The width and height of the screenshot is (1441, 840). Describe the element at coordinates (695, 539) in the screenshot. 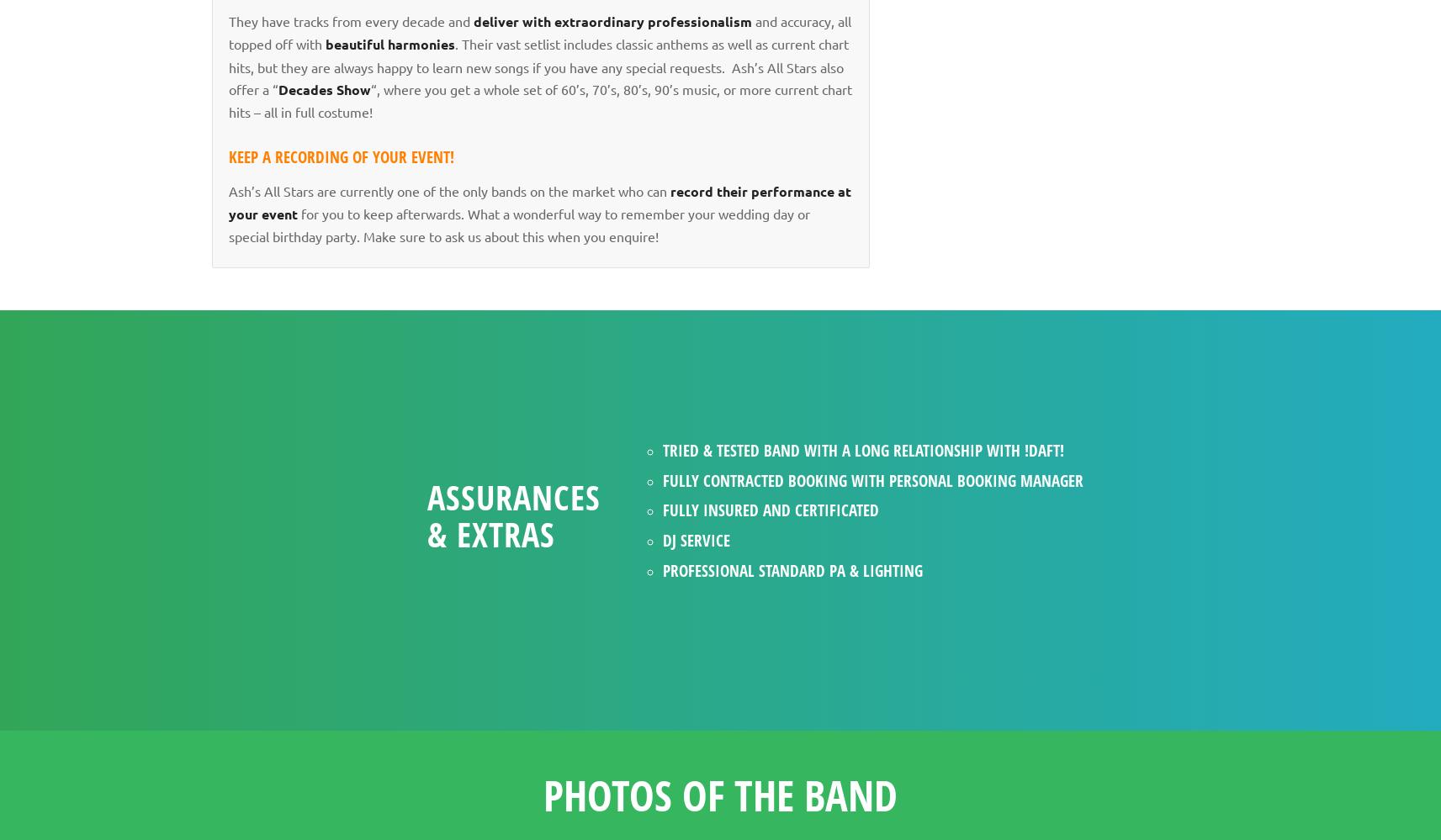

I see `'DJ service'` at that location.